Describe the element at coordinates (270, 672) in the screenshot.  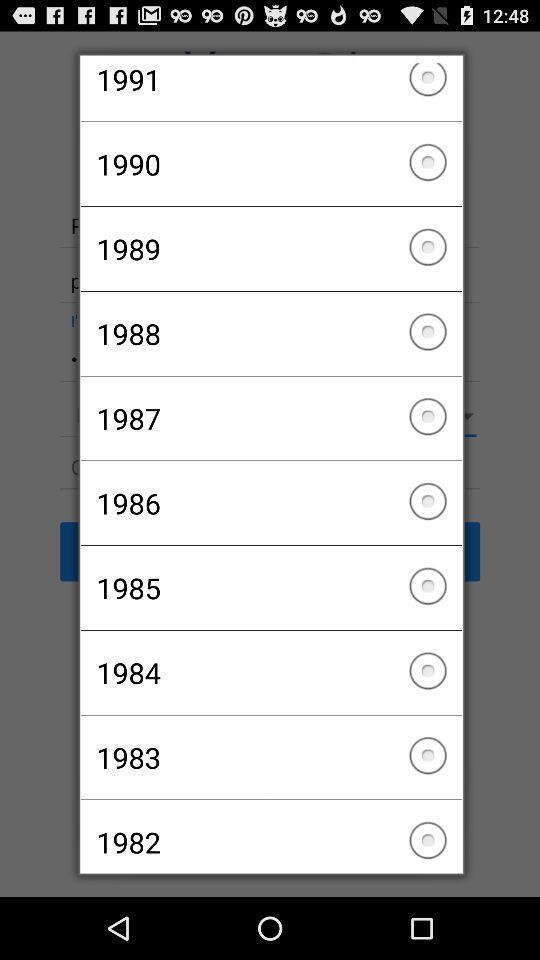
I see `the icon below the 1985 icon` at that location.